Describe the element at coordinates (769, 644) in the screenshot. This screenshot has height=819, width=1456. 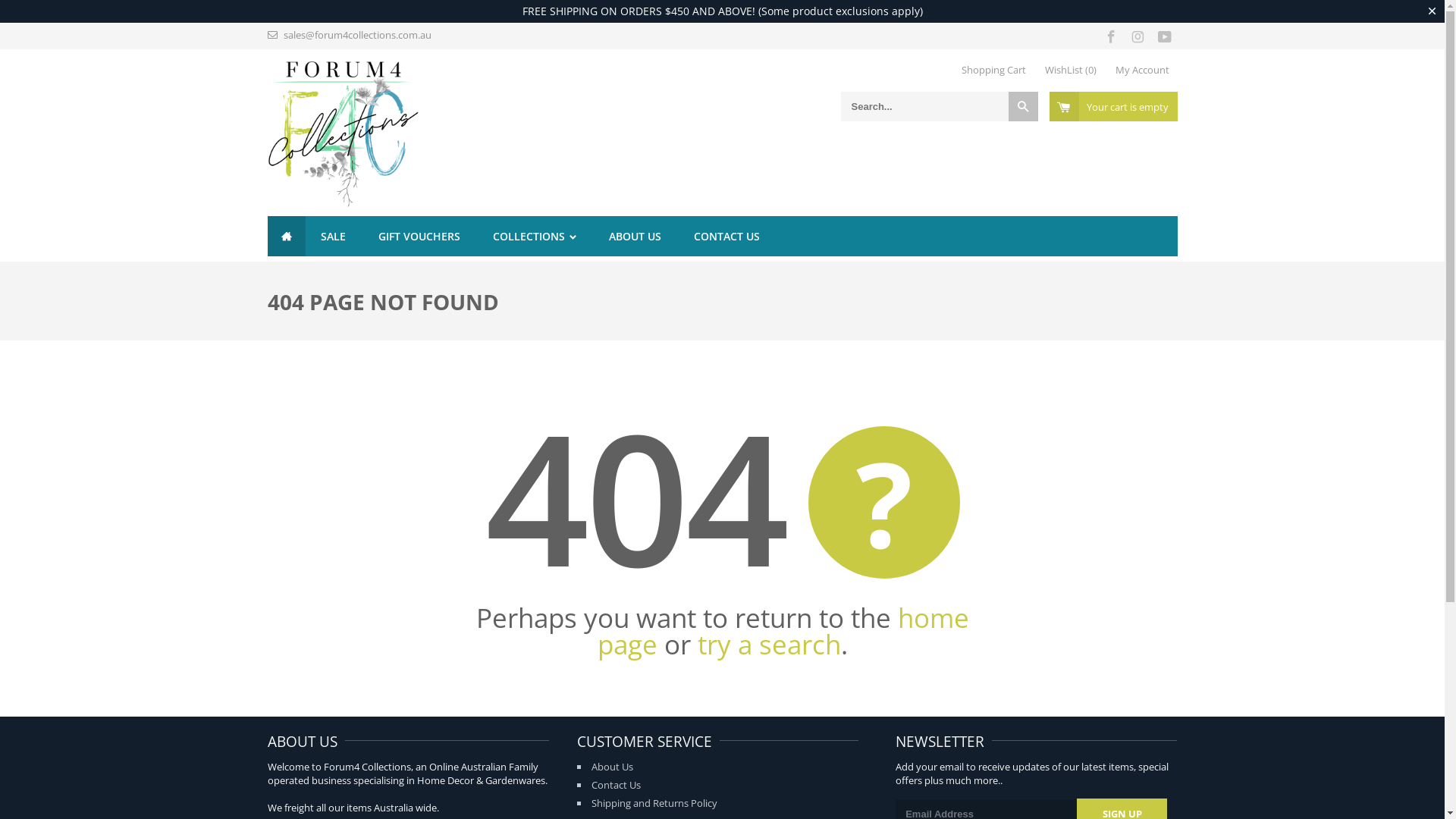
I see `'try a search'` at that location.